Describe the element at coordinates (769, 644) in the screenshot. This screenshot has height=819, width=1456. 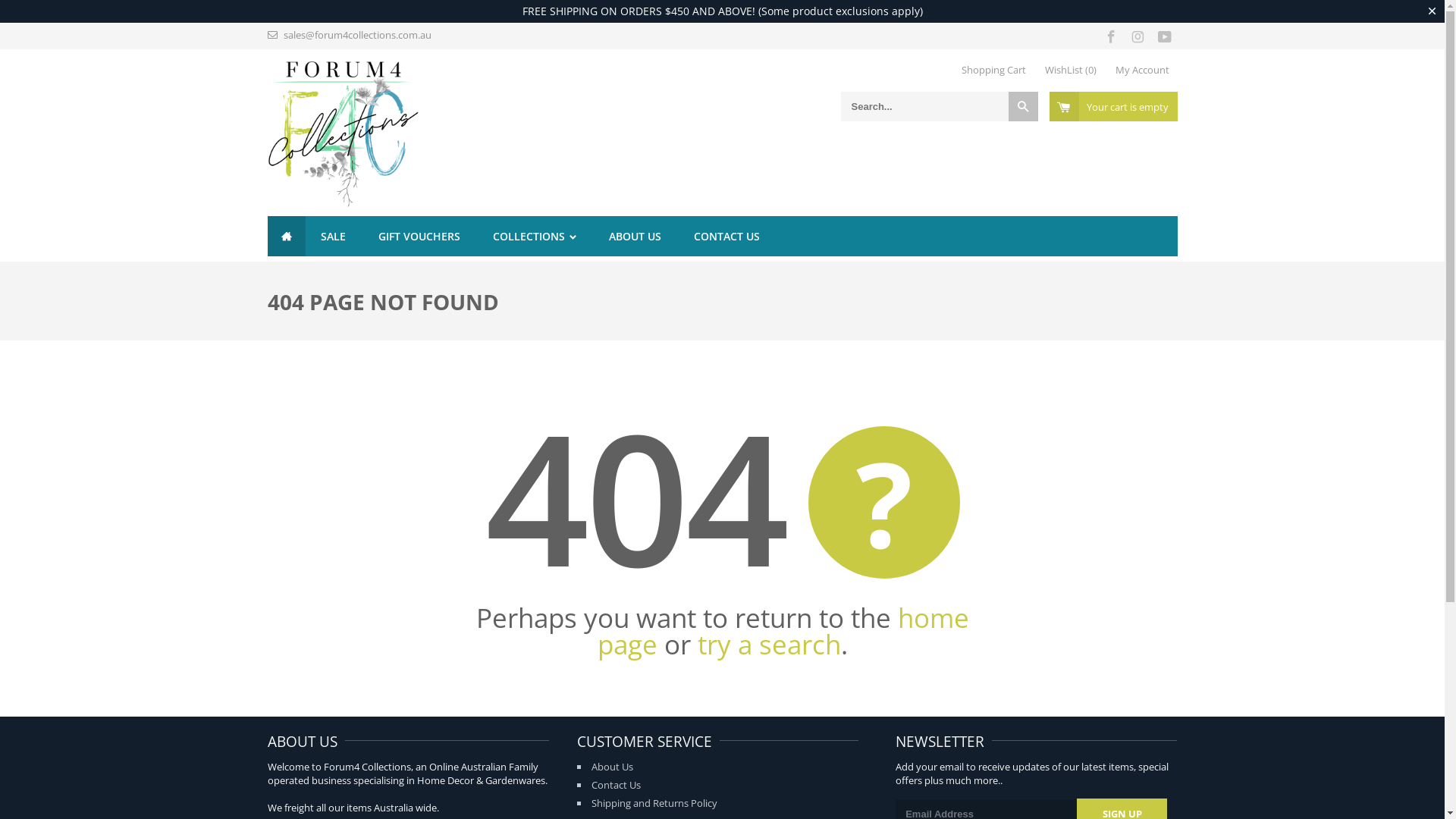
I see `'try a search'` at that location.